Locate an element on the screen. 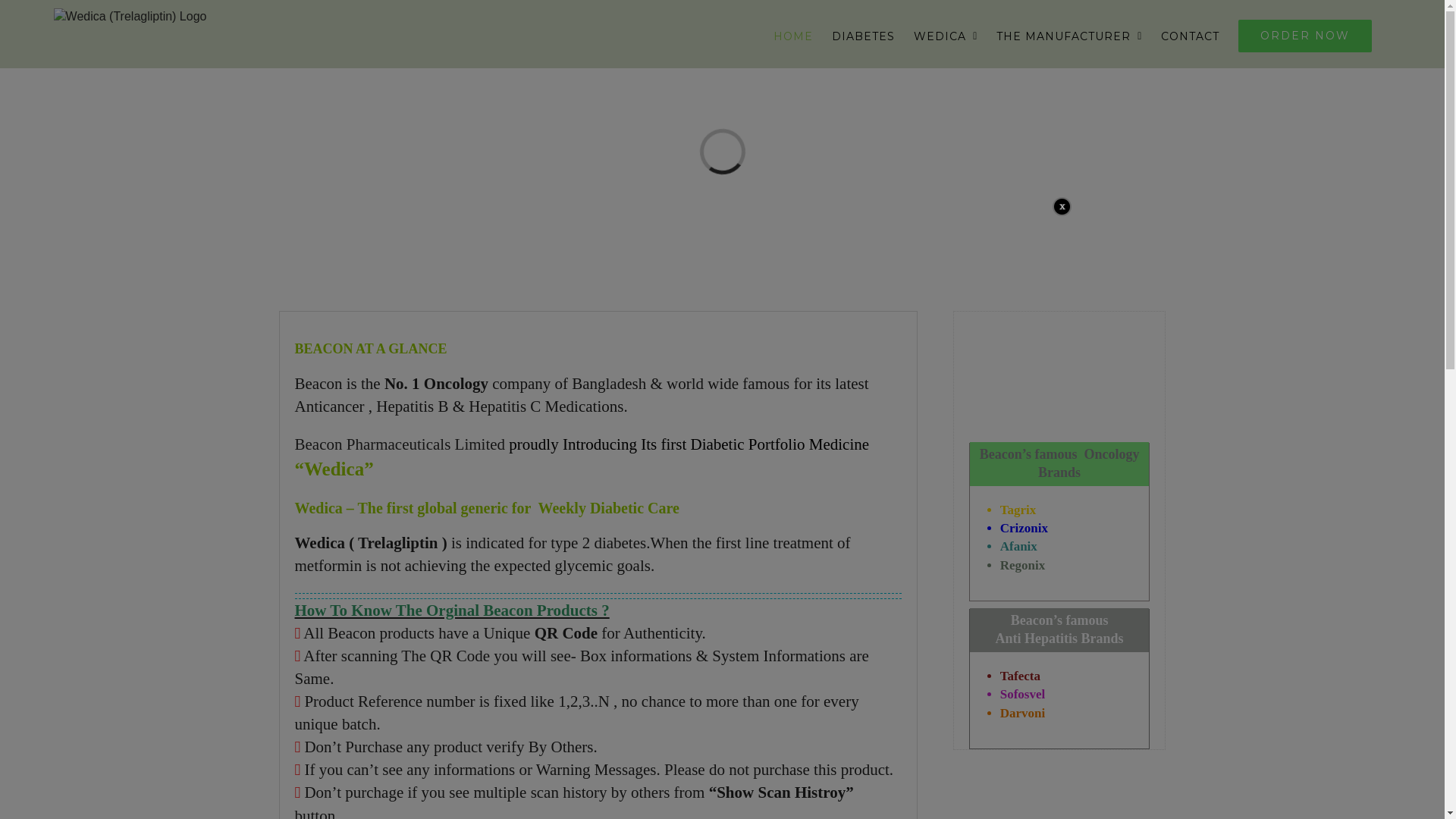 Image resolution: width=1456 pixels, height=819 pixels. 'Afanix' is located at coordinates (1018, 546).